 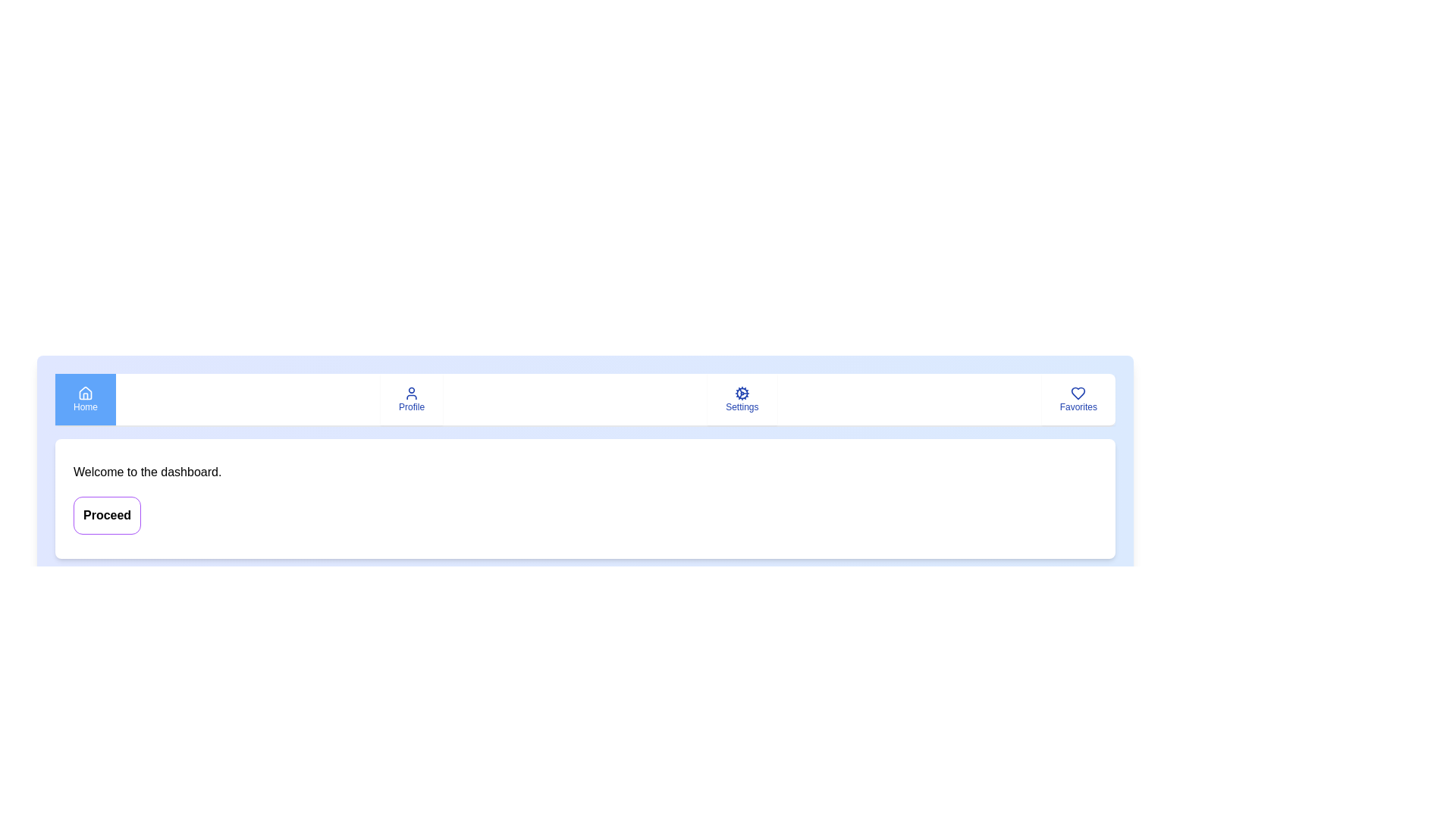 What do you see at coordinates (1077, 399) in the screenshot?
I see `the tab button labeled Favorites to observe its hover effect` at bounding box center [1077, 399].